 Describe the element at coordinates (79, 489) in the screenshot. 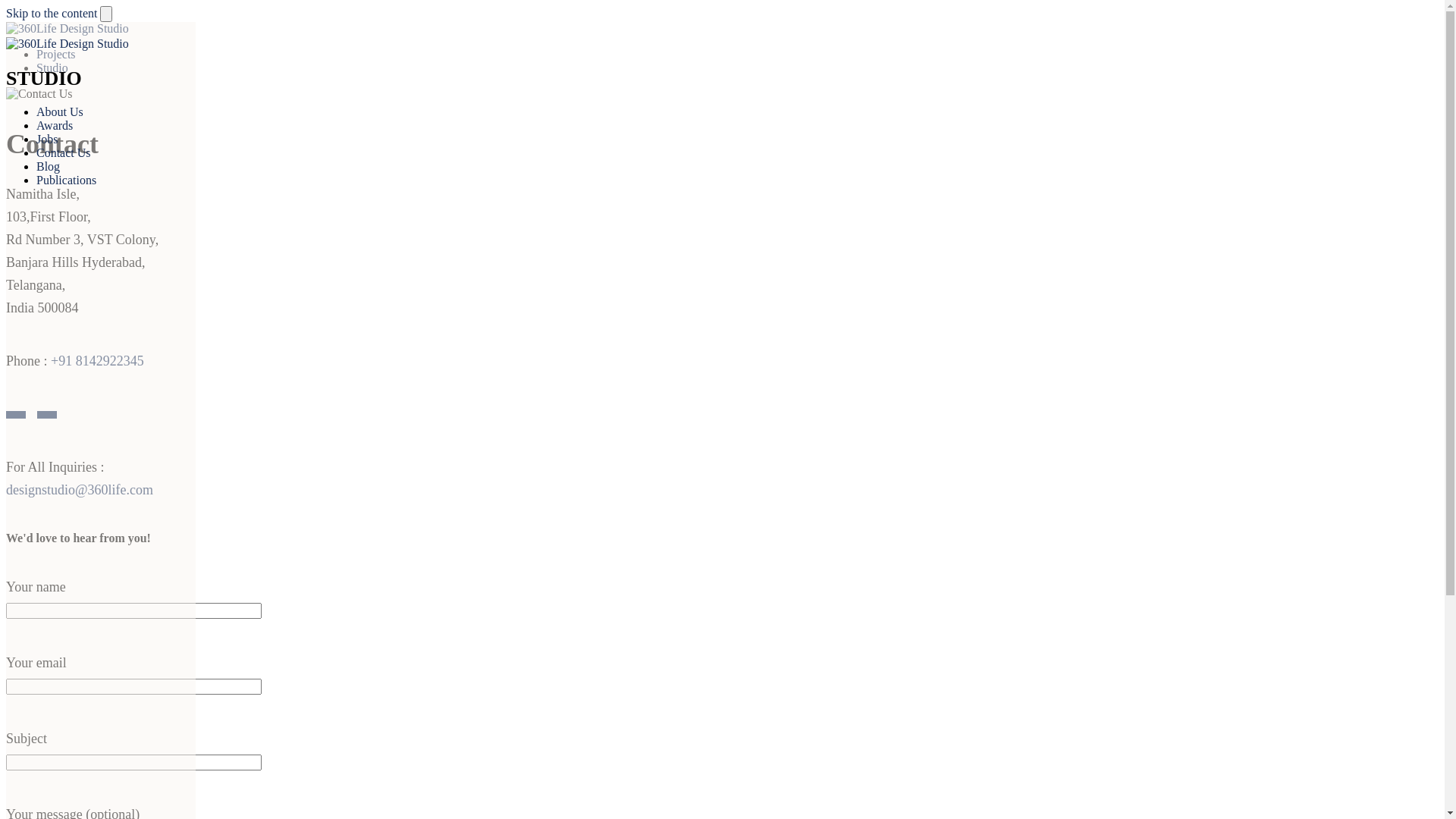

I see `'designstudio@360life.com'` at that location.